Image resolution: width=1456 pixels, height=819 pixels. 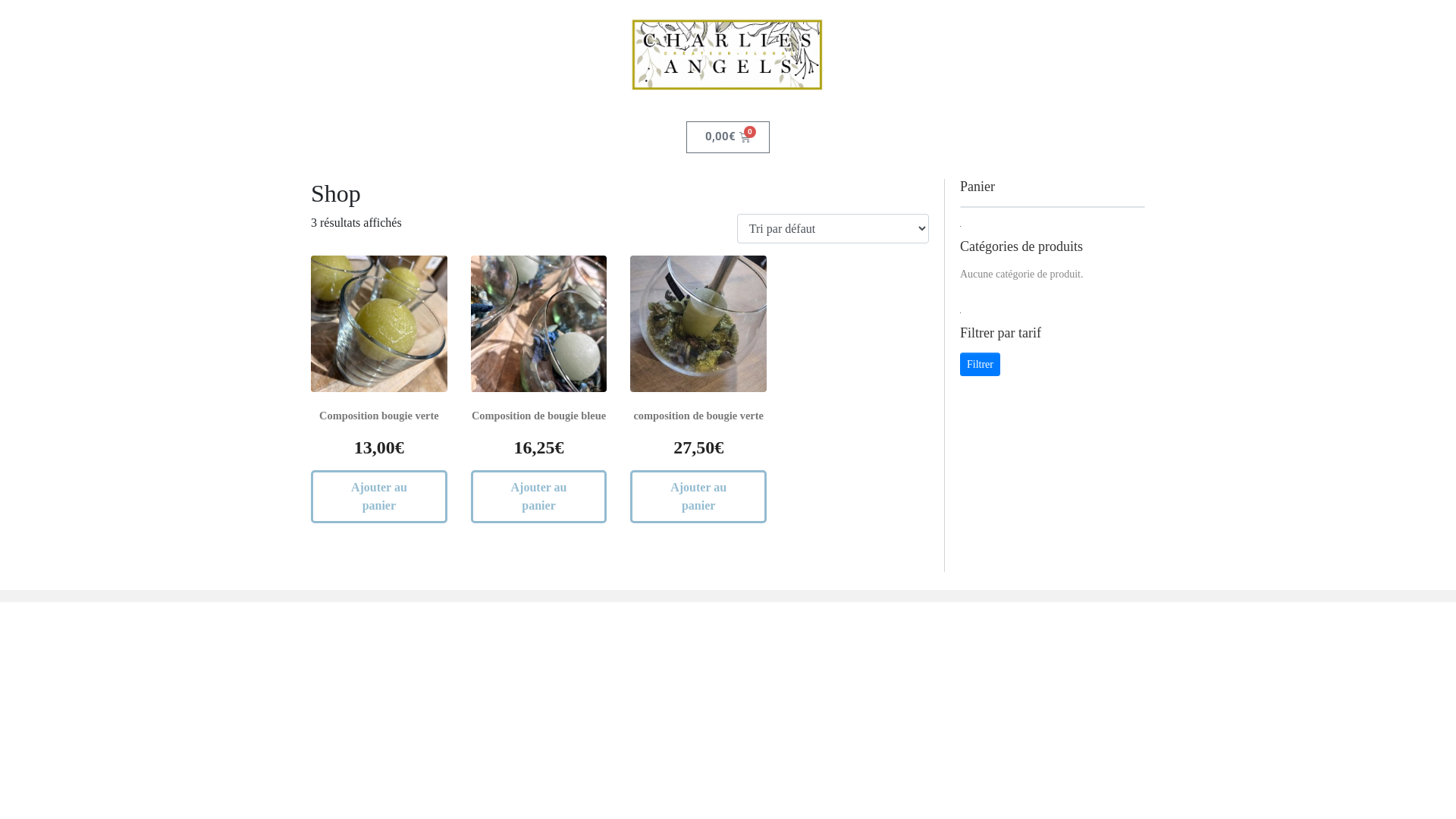 What do you see at coordinates (378, 497) in the screenshot?
I see `'Ajouter au panier'` at bounding box center [378, 497].